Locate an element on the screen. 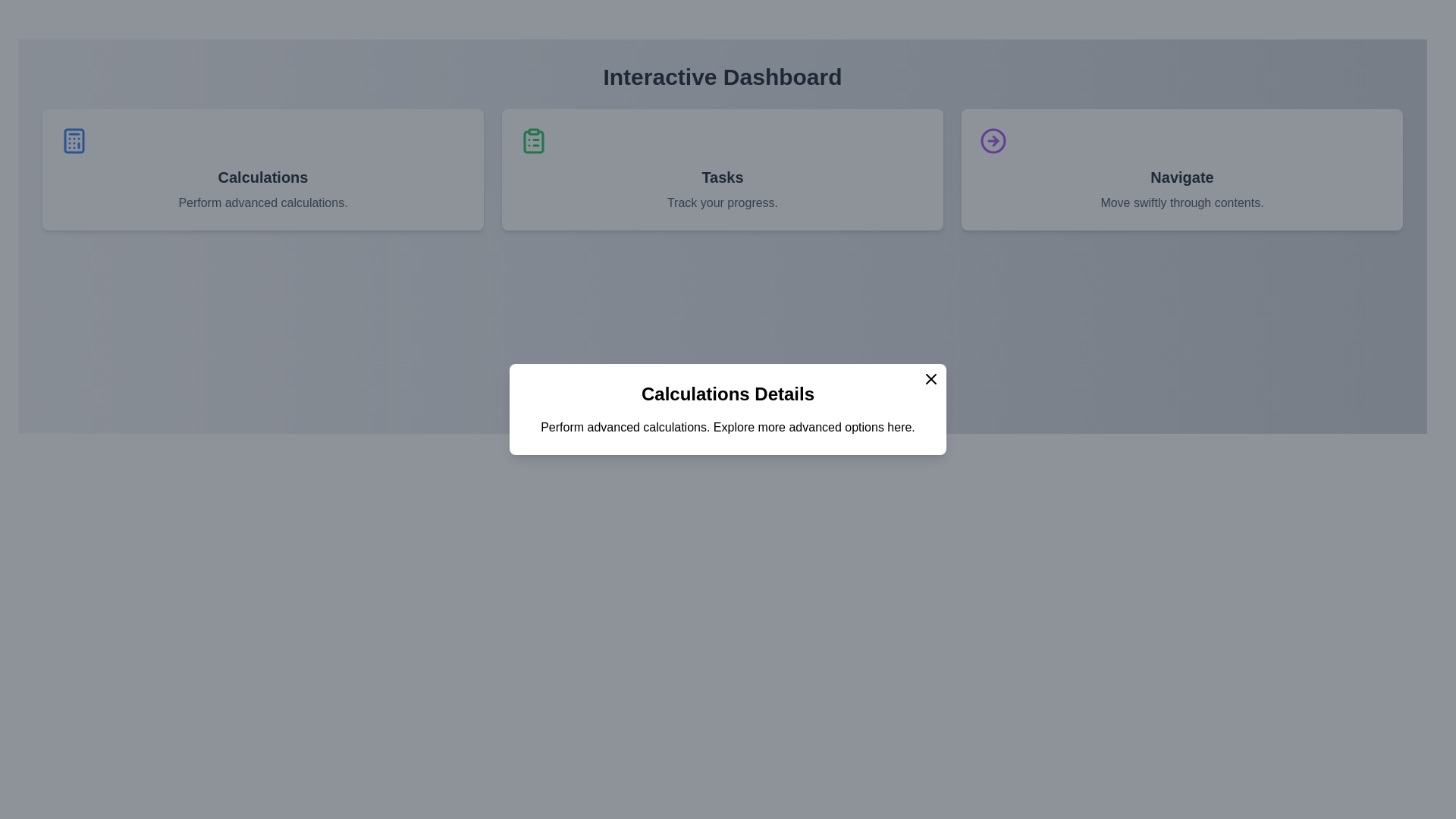 Image resolution: width=1456 pixels, height=819 pixels. the 'Navigate' text label, which is styled in bold with an extra-large gray font, located within a rounded card in a three-card layout, positioned below an icon and above description text is located at coordinates (1181, 177).